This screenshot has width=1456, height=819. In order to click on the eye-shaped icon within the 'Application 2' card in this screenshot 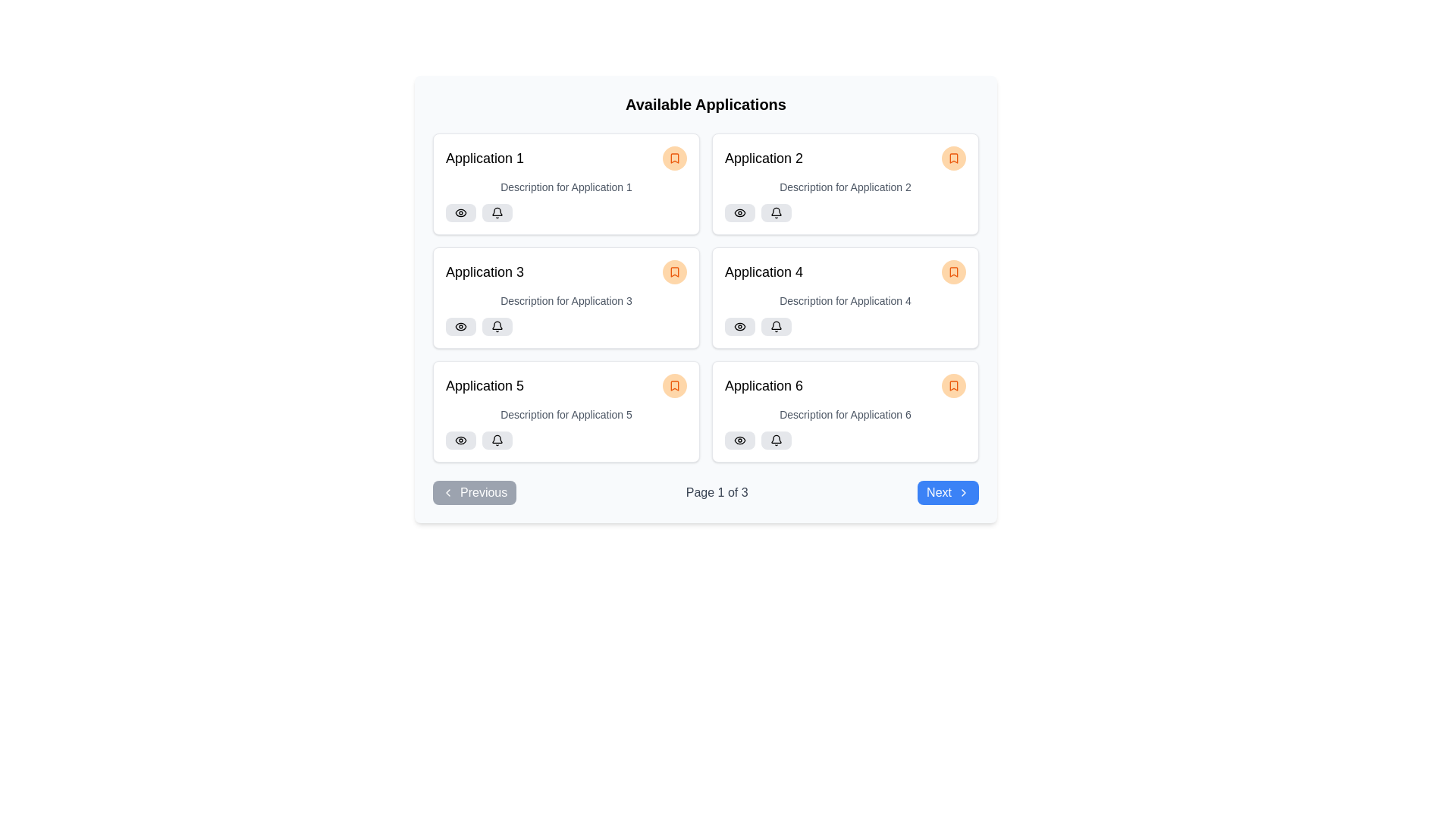, I will do `click(739, 213)`.